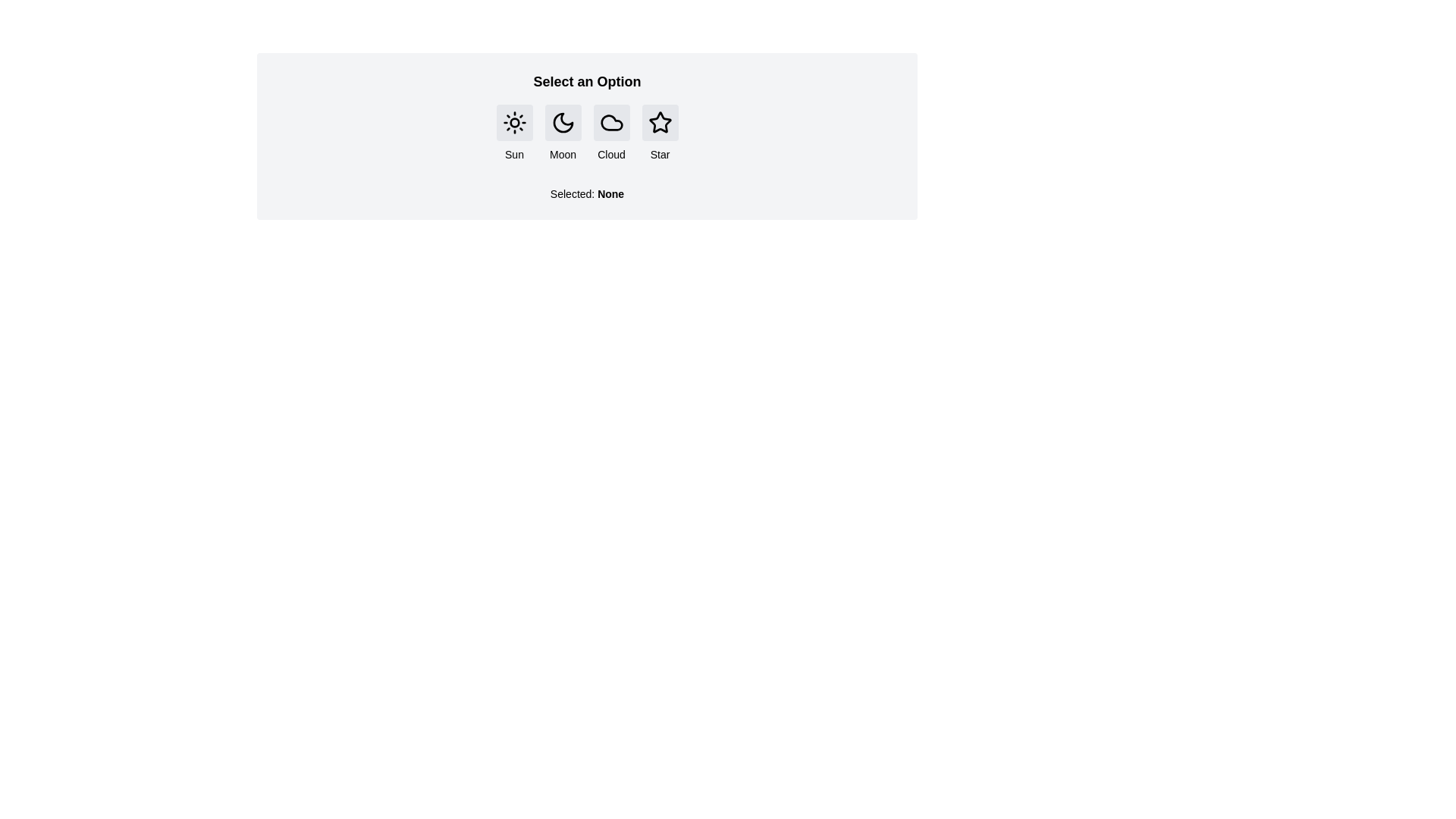 Image resolution: width=1456 pixels, height=819 pixels. I want to click on the label of the selectable option representing the Sun, which is the first option in a horizontal list of four options: Sun, Moon, Cloud, and Star, so click(514, 133).